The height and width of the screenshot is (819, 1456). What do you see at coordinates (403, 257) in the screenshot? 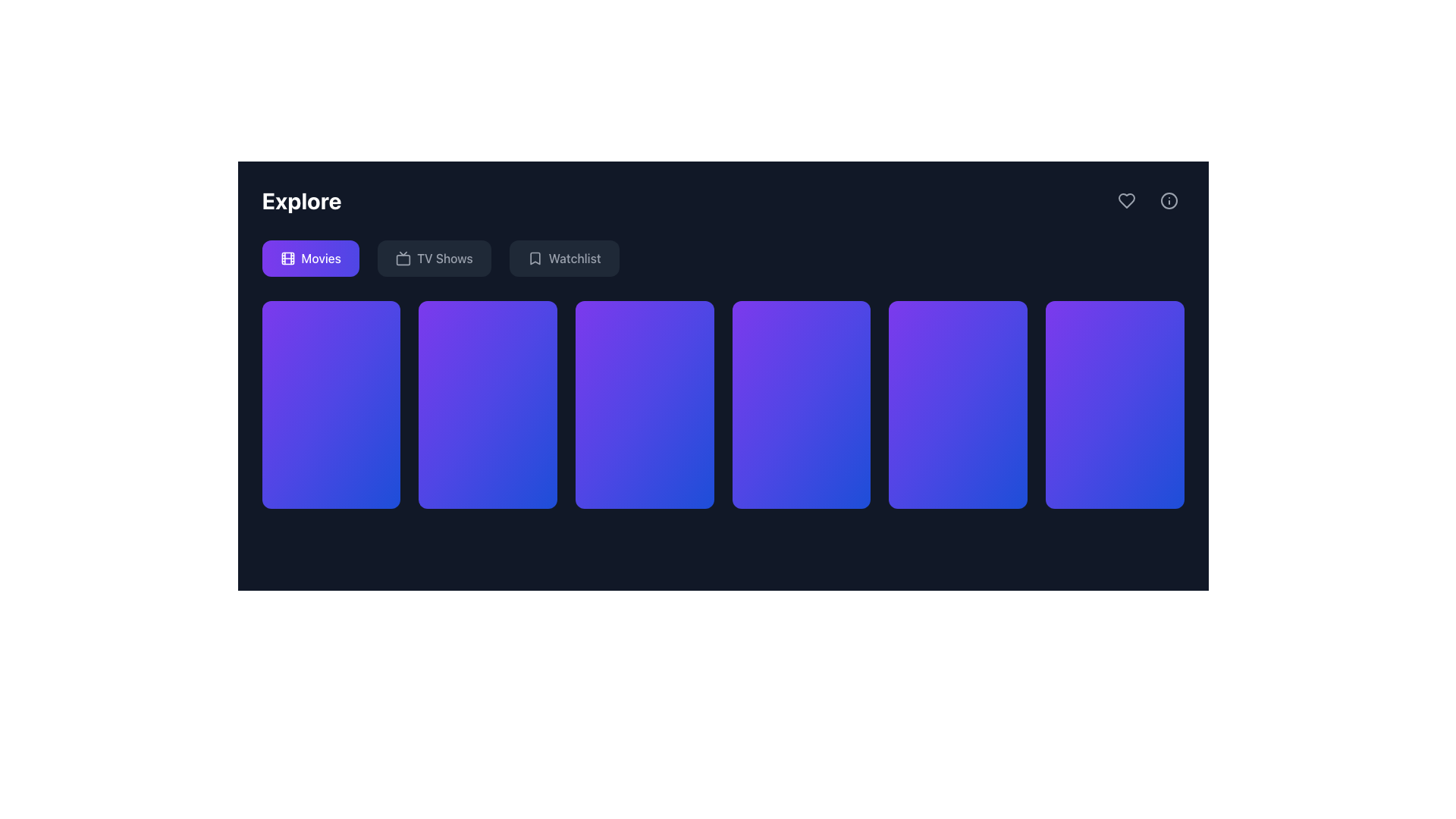
I see `the 'TV Shows' icon, which visually represents the concept of 'TV Shows' and is positioned to the left of the text label 'TV Shows'` at bounding box center [403, 257].